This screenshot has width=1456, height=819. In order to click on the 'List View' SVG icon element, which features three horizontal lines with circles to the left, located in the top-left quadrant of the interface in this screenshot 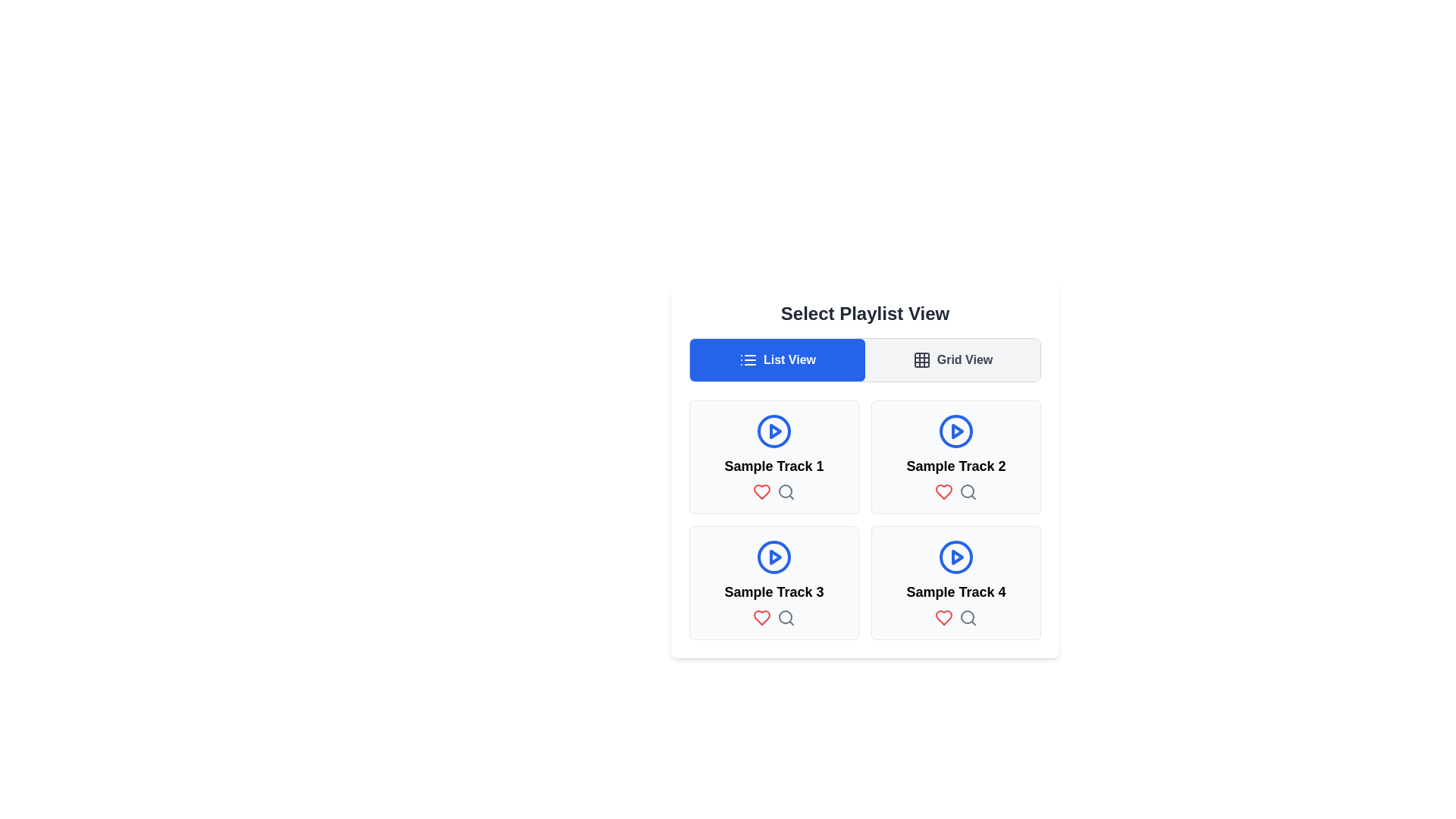, I will do `click(748, 359)`.